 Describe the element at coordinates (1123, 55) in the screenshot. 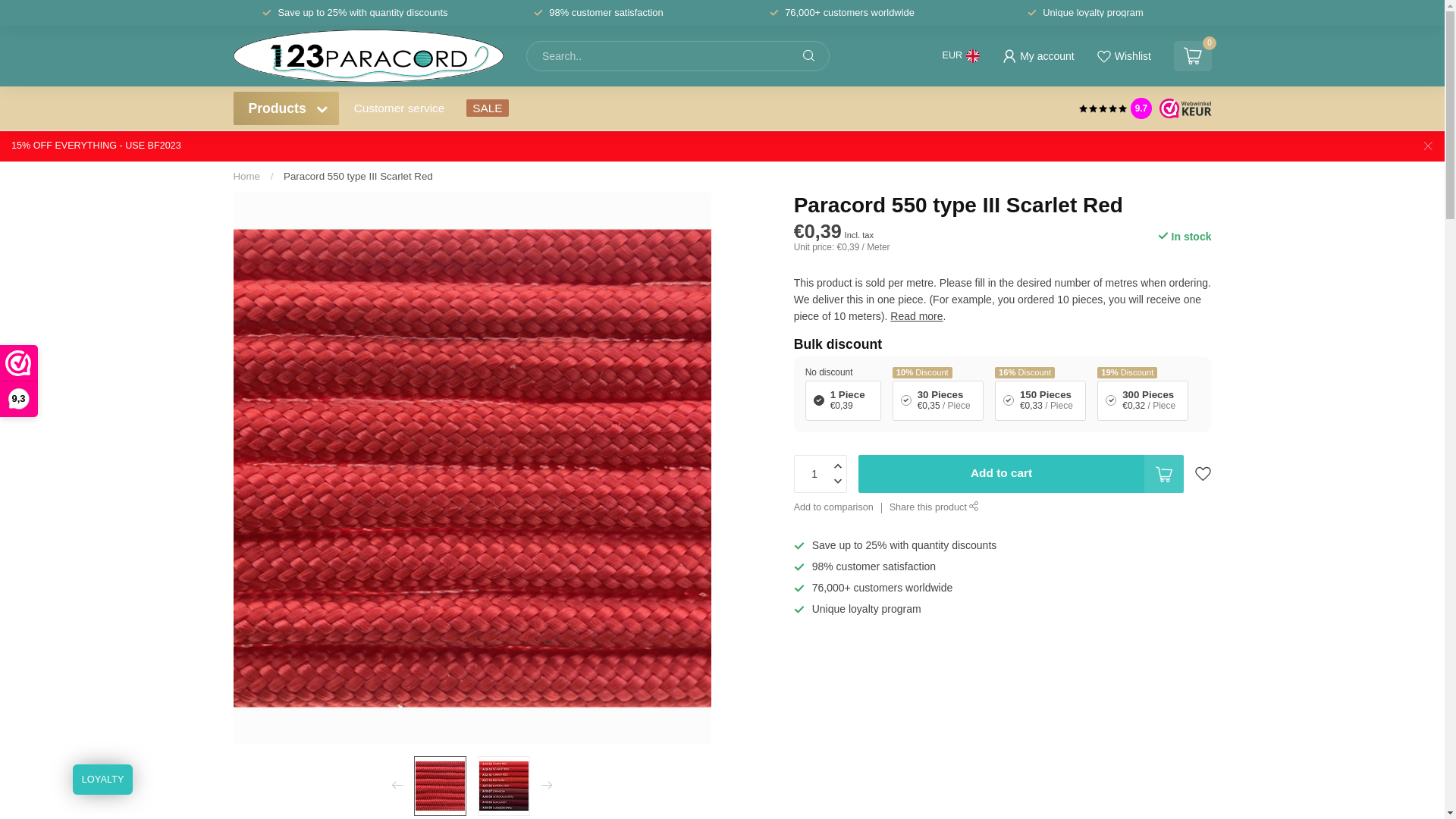

I see `'Wishlist'` at that location.